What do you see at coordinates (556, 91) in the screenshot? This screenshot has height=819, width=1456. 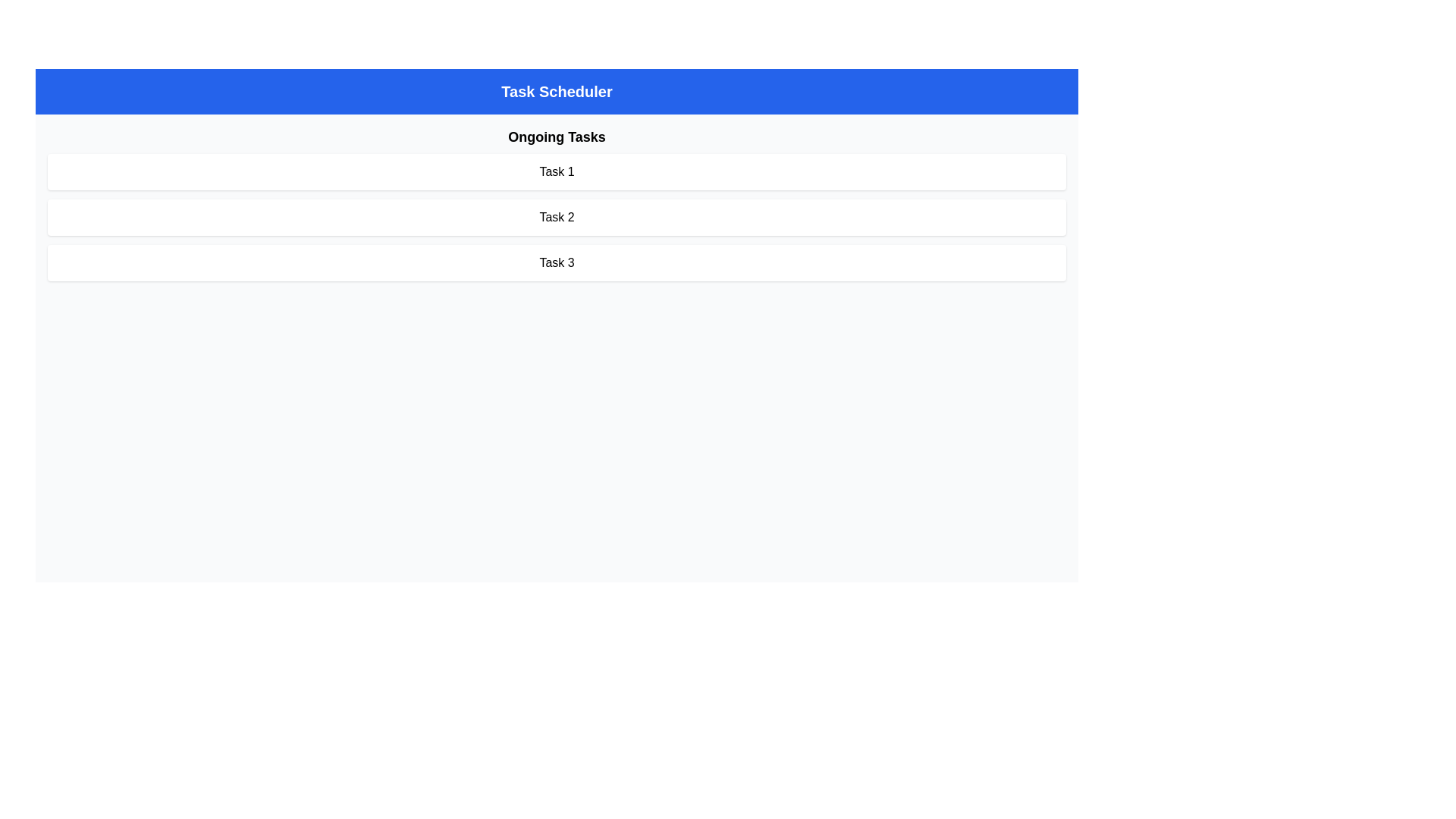 I see `the page context` at bounding box center [556, 91].